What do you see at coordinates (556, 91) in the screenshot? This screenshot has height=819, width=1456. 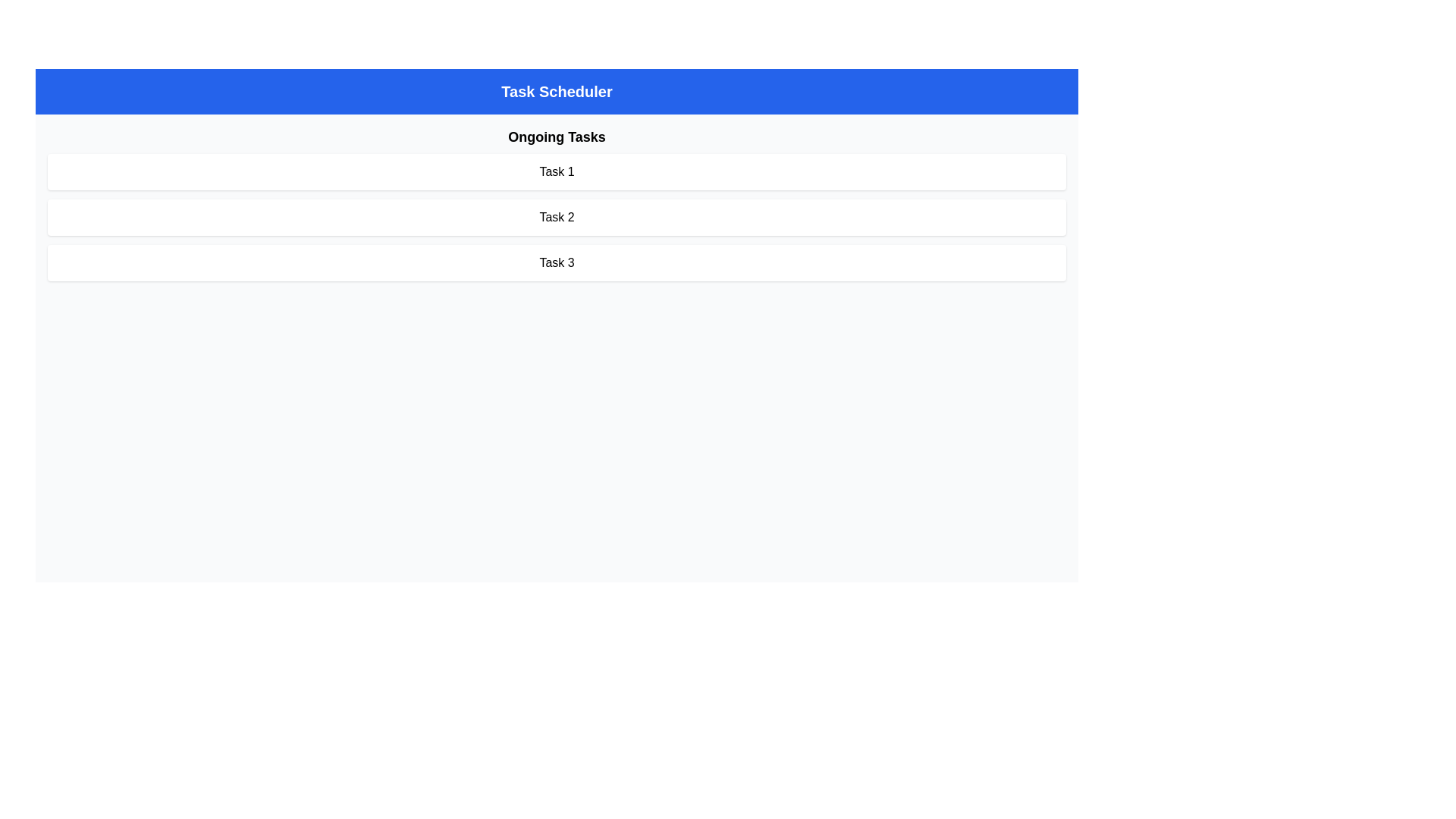 I see `the page context` at bounding box center [556, 91].